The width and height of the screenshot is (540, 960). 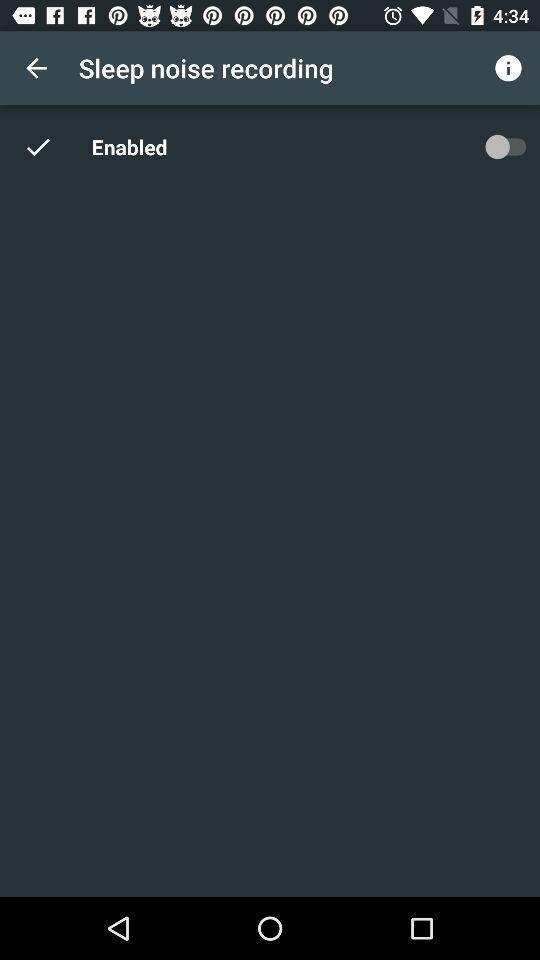 What do you see at coordinates (133, 145) in the screenshot?
I see `the enabled` at bounding box center [133, 145].